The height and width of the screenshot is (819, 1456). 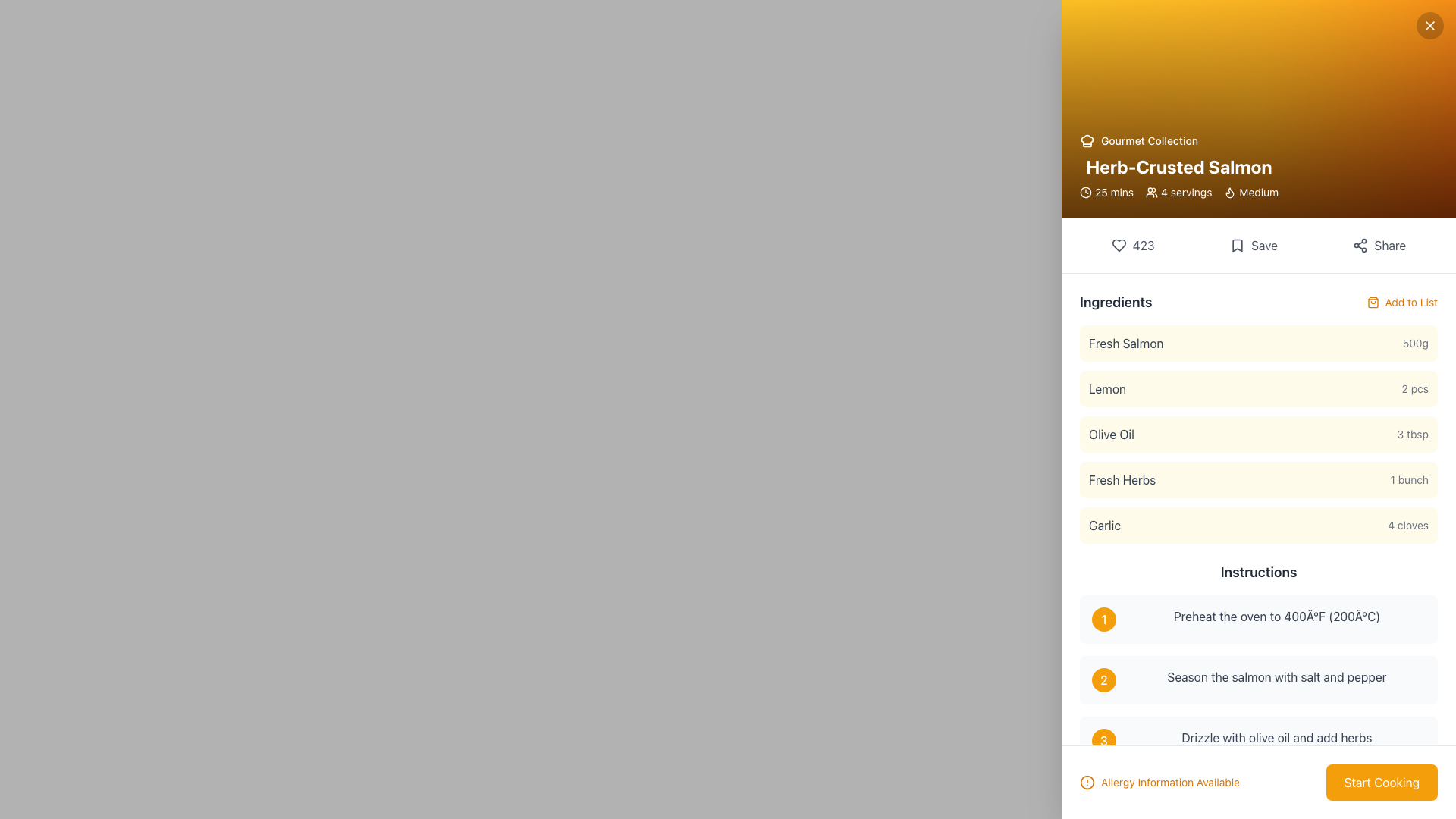 What do you see at coordinates (1084, 192) in the screenshot?
I see `the small circular clock icon located to the left of the '25 mins' text in the metadata display for the recipe` at bounding box center [1084, 192].